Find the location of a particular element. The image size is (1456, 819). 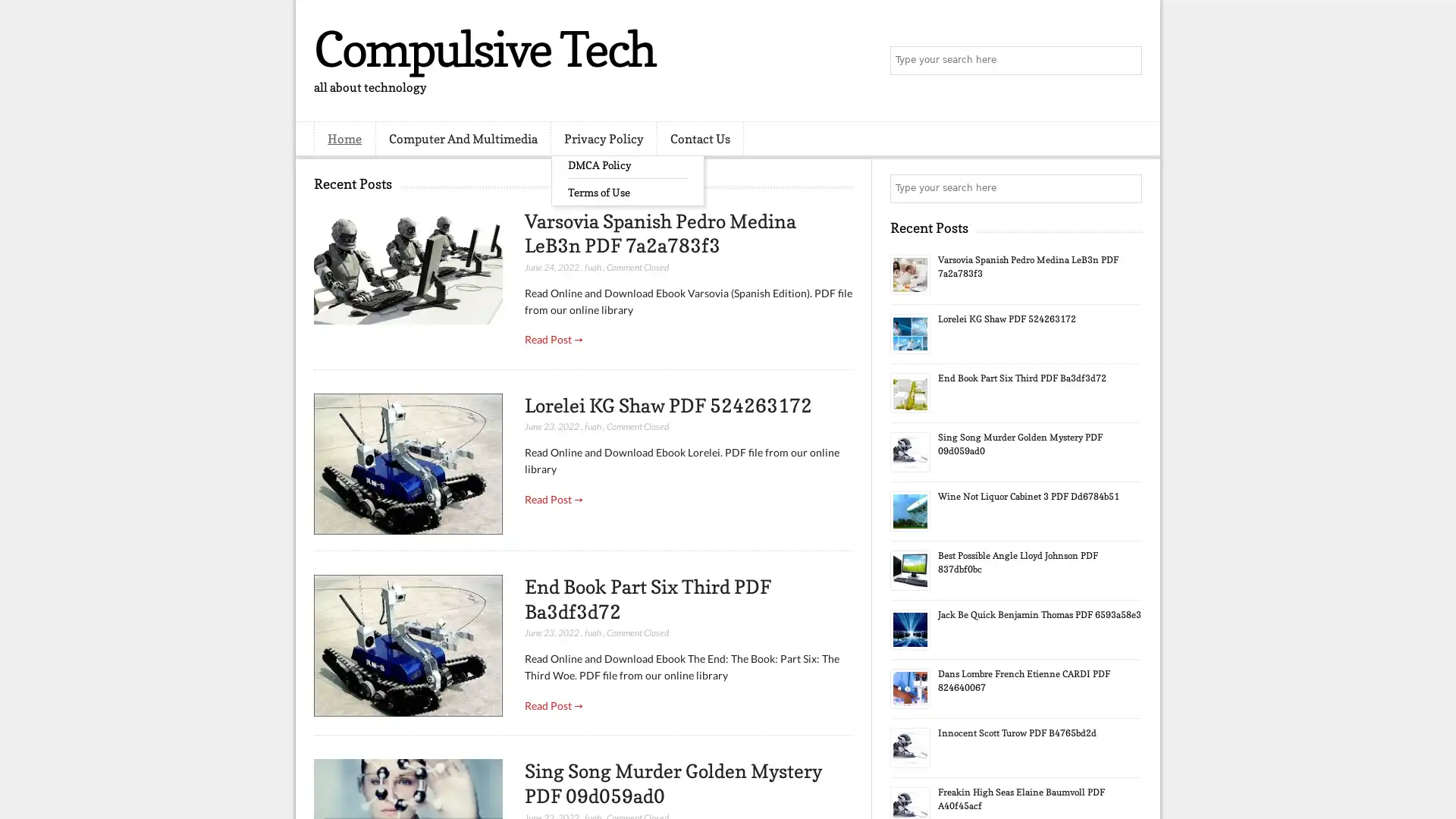

Search is located at coordinates (1126, 188).